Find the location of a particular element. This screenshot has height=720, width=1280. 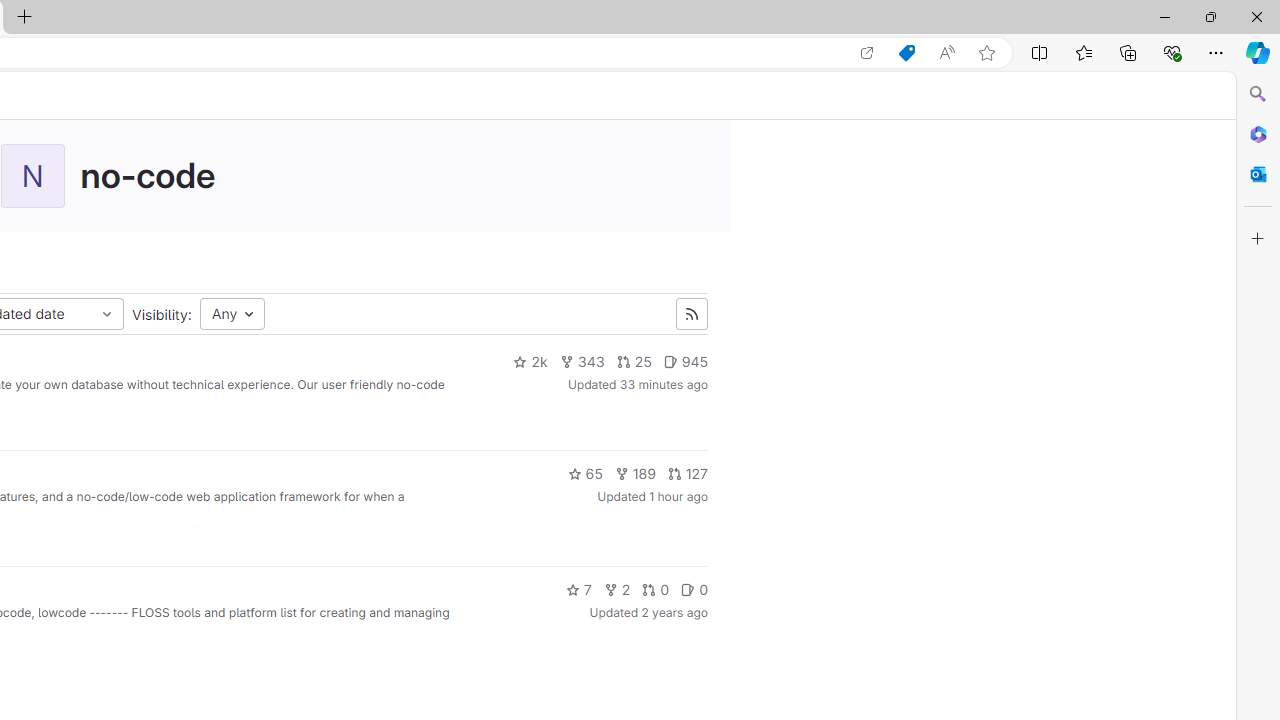

'2k' is located at coordinates (530, 362).